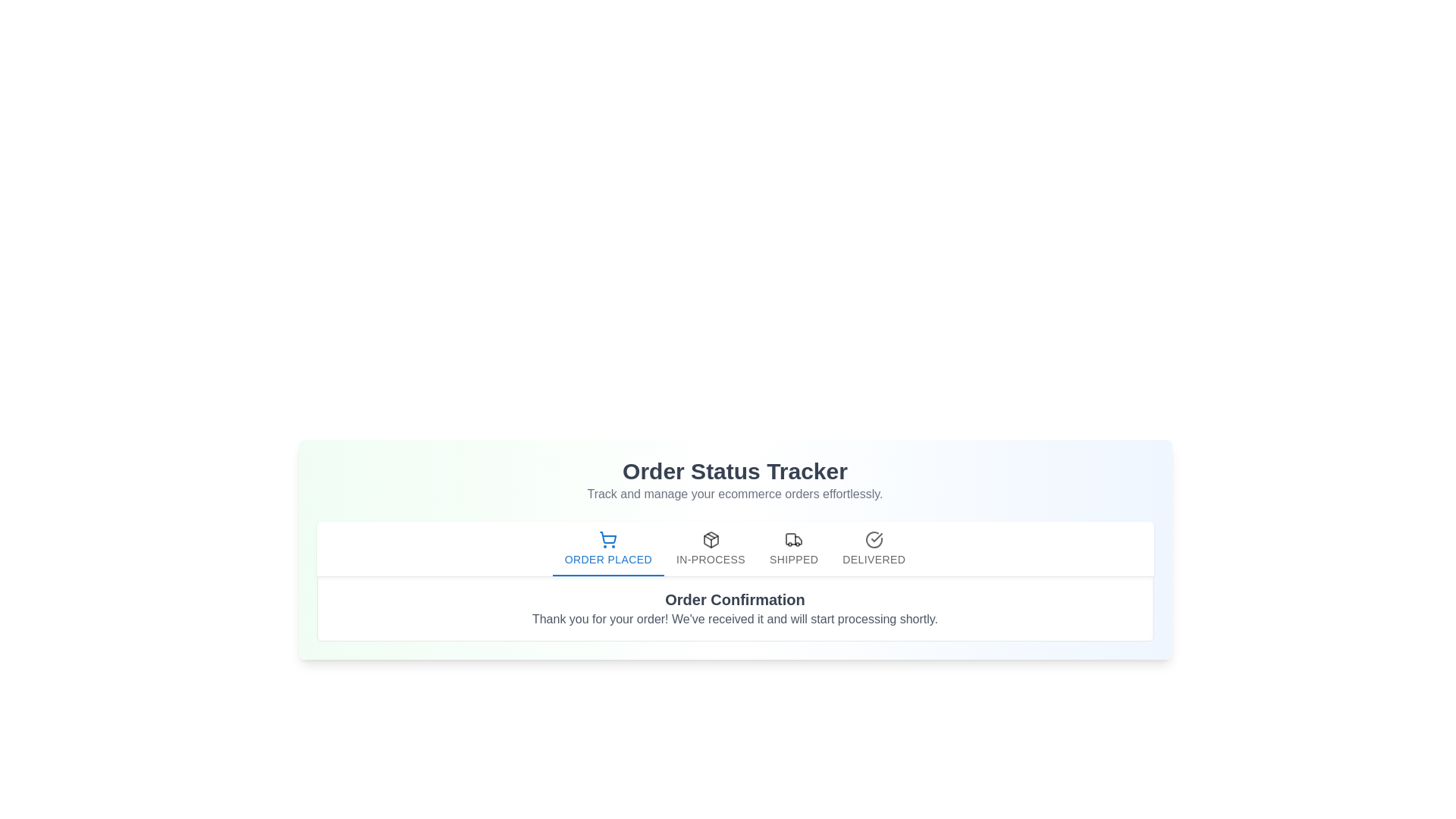  Describe the element at coordinates (874, 539) in the screenshot. I see `the 'Delivered' status icon located in the 'Delivered' tab of the 'Order Status Tracker' interface, which visually indicates successful delivery with a checkmark icon` at that location.